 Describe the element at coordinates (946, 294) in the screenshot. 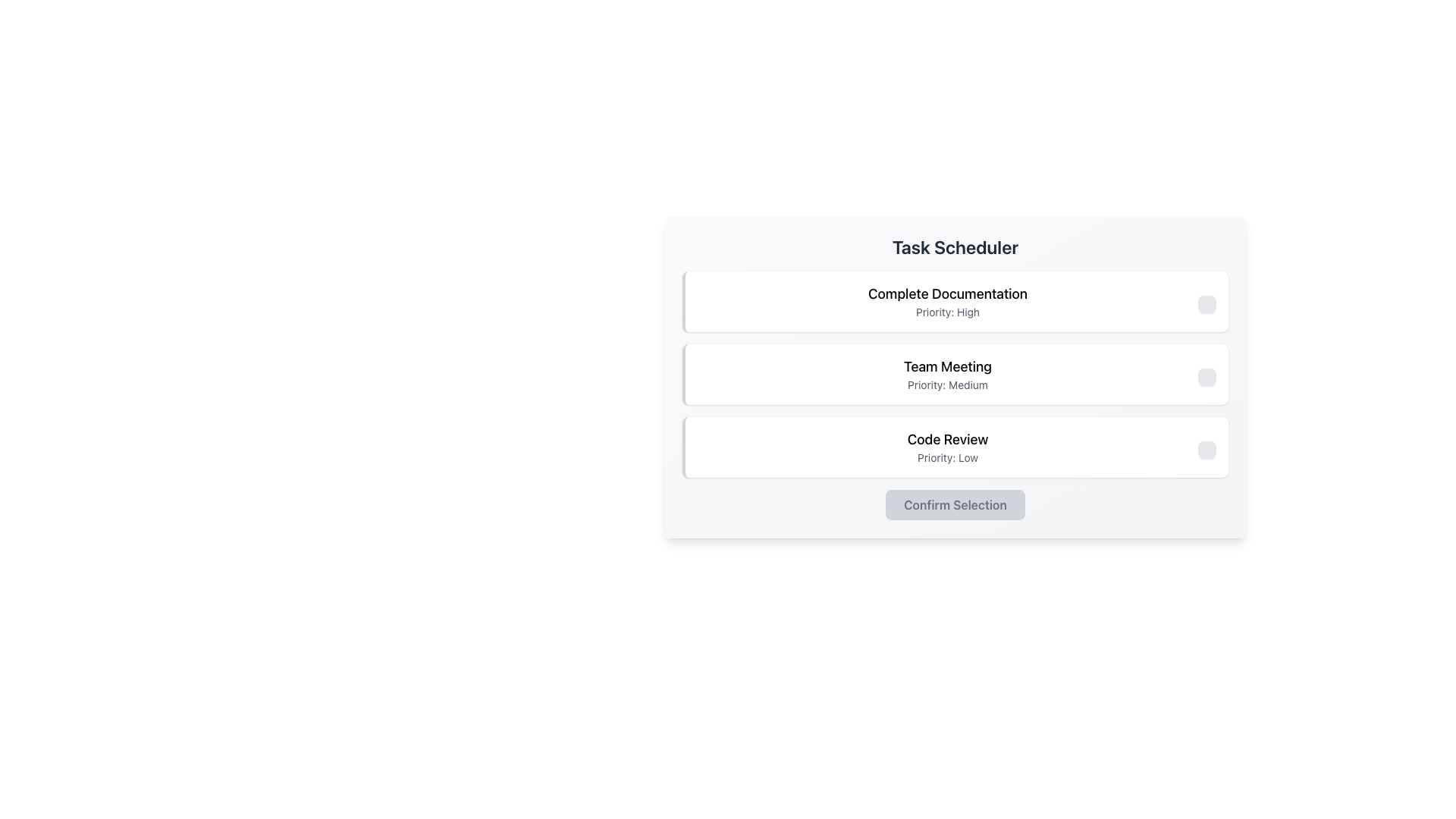

I see `the descriptive label for a task item in the task scheduler, located at the top of the task list panel, above the text 'Priority: High'` at that location.